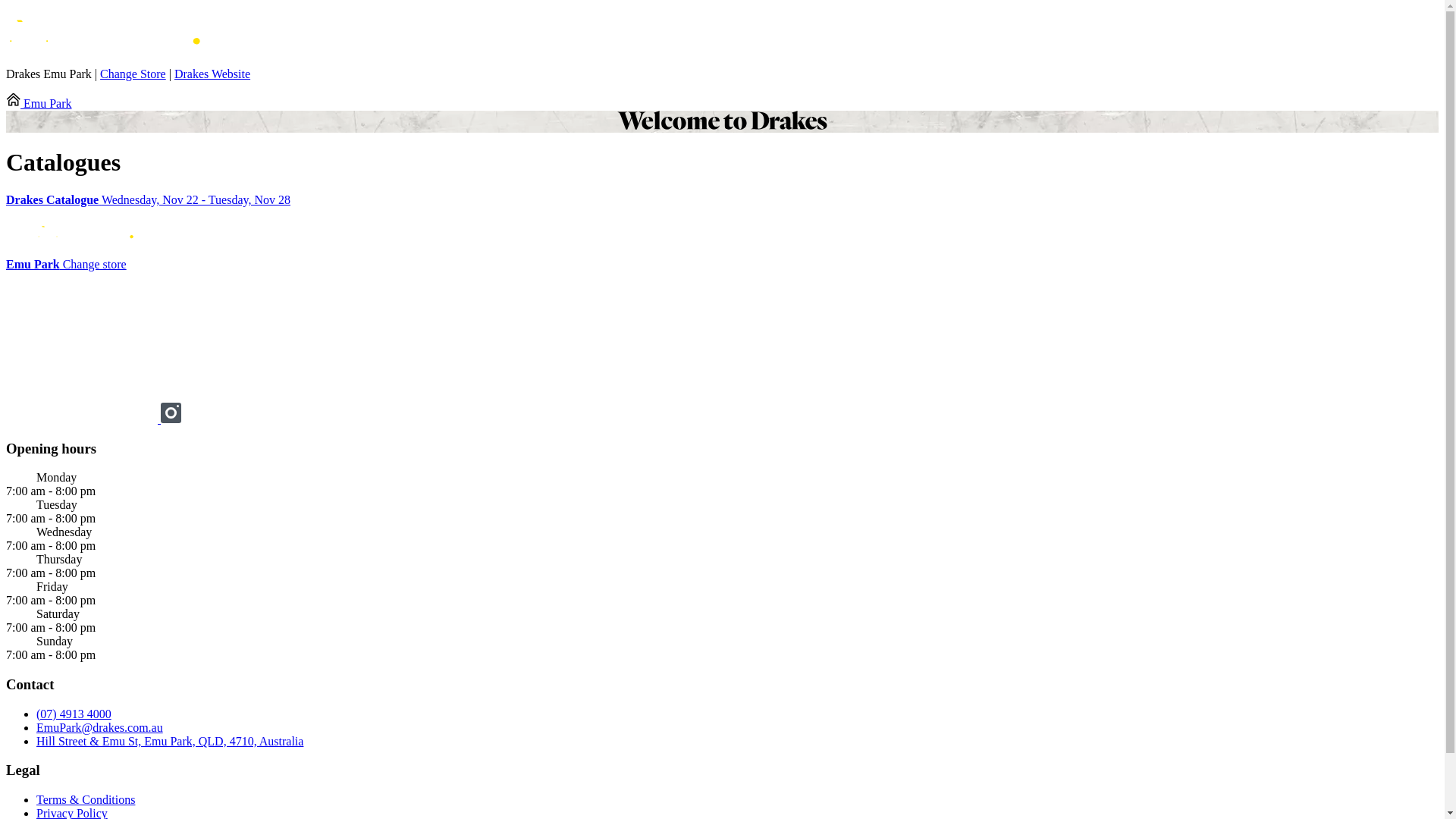 This screenshot has height=819, width=1456. I want to click on 'Emu Park Change store', so click(65, 263).